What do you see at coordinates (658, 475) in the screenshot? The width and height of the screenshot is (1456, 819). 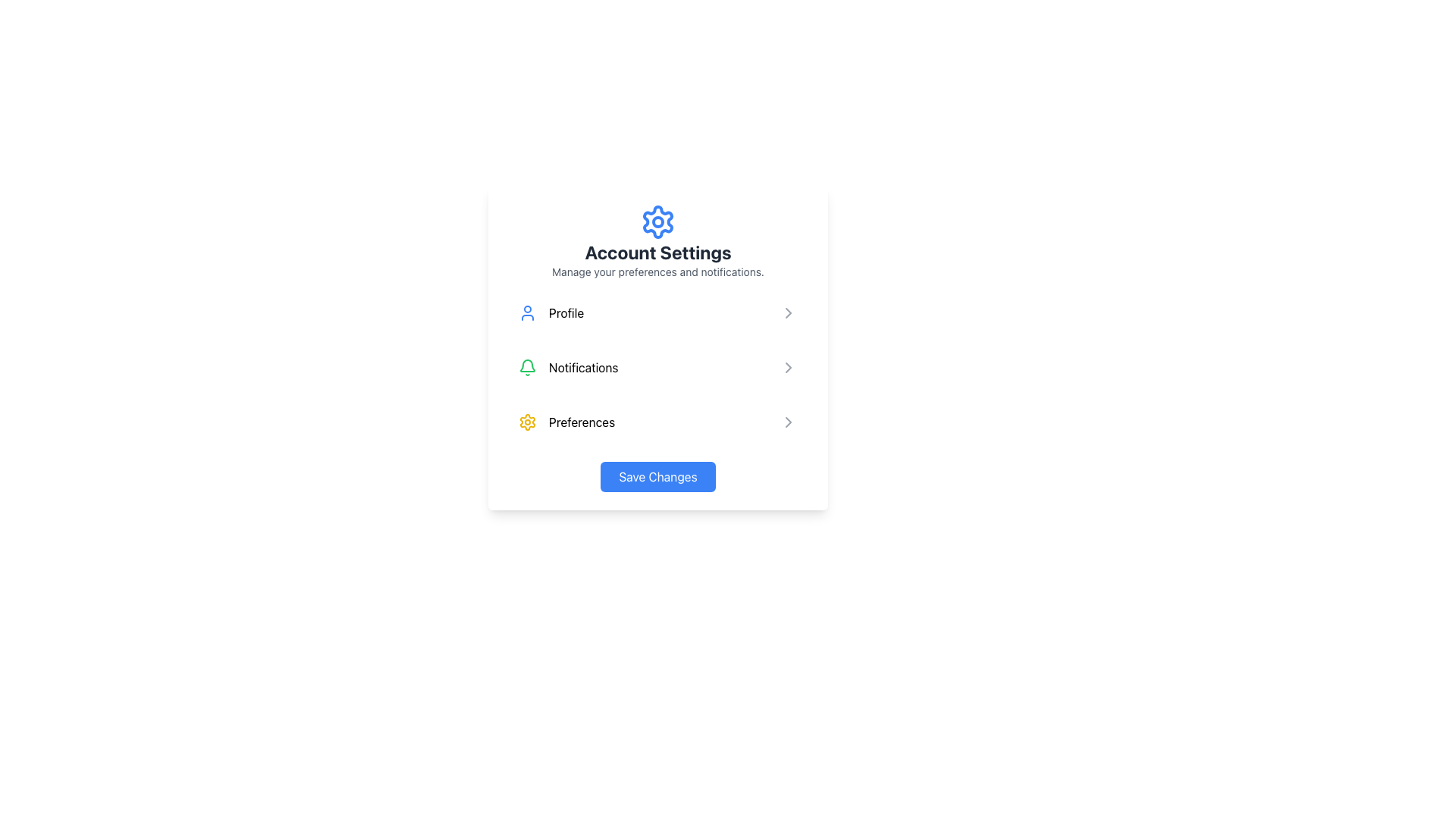 I see `the save changes button located at the bottom center of the panel, below the 'Preferences' label` at bounding box center [658, 475].